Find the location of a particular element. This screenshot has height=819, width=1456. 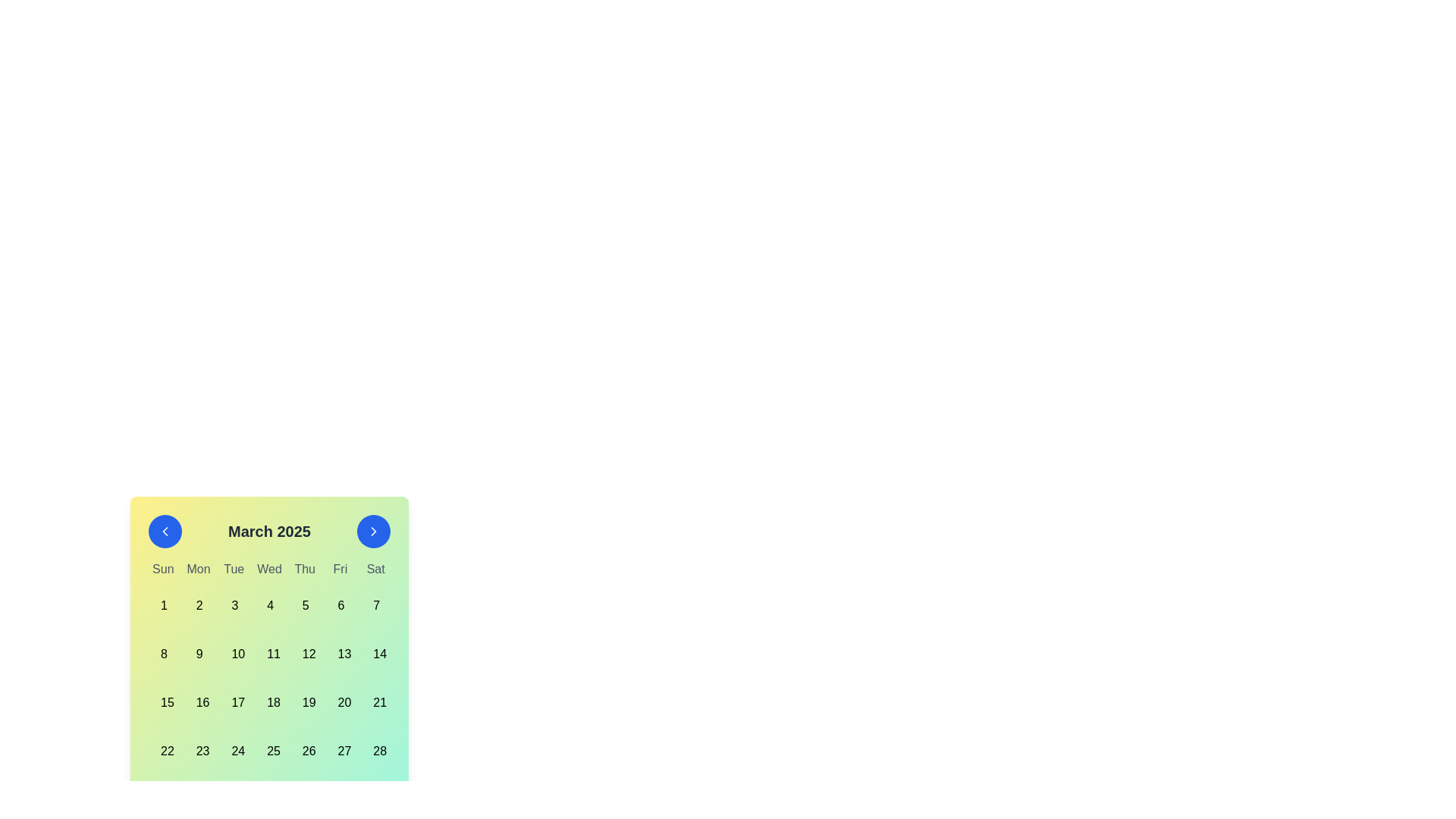

the Date cell displaying '6' in the calendar grid is located at coordinates (339, 604).